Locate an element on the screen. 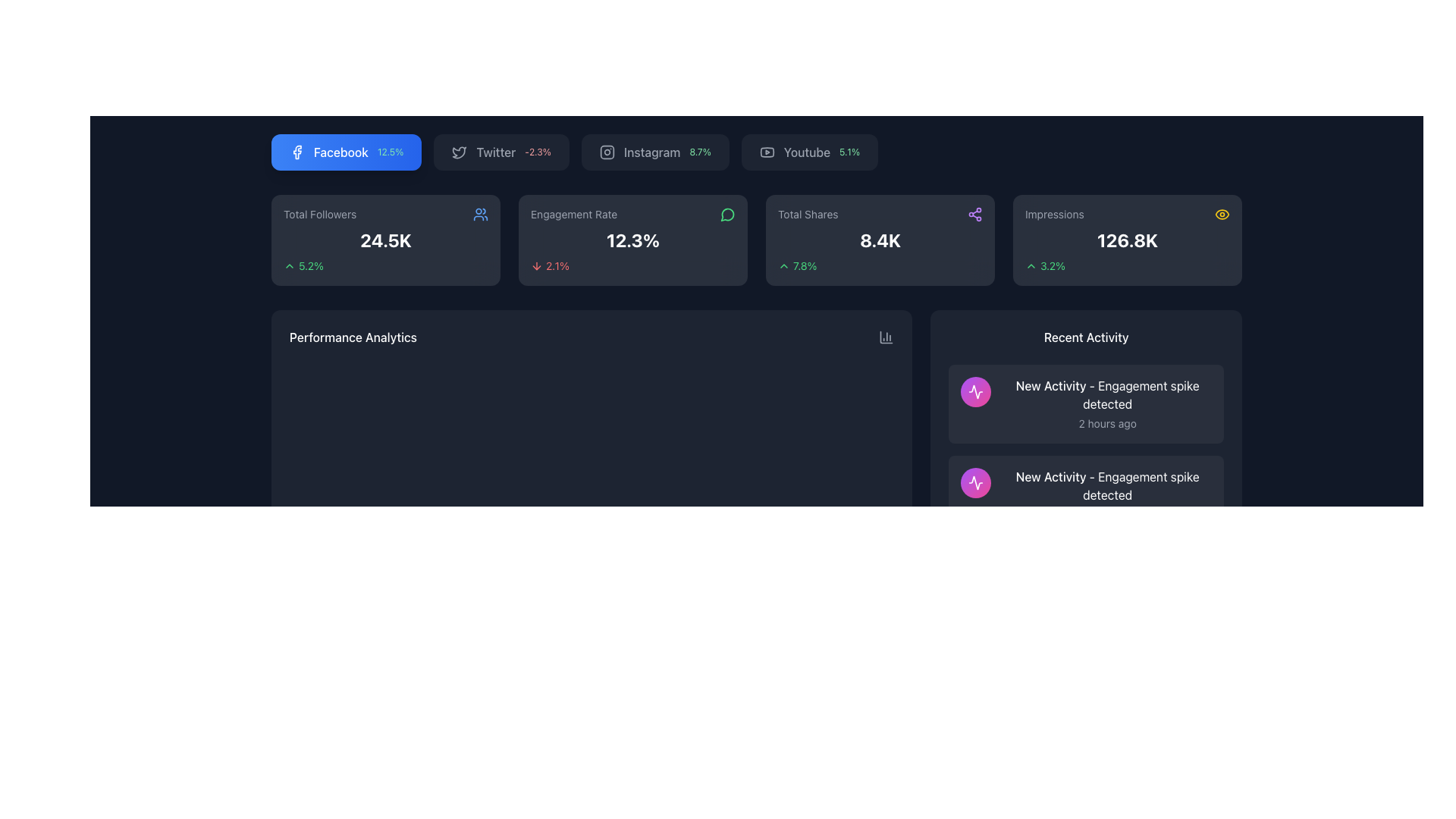 This screenshot has width=1456, height=819. the small gray icon button depicting a column chart graph located at the top right corner of the 'Performance Analytics' section is located at coordinates (886, 336).